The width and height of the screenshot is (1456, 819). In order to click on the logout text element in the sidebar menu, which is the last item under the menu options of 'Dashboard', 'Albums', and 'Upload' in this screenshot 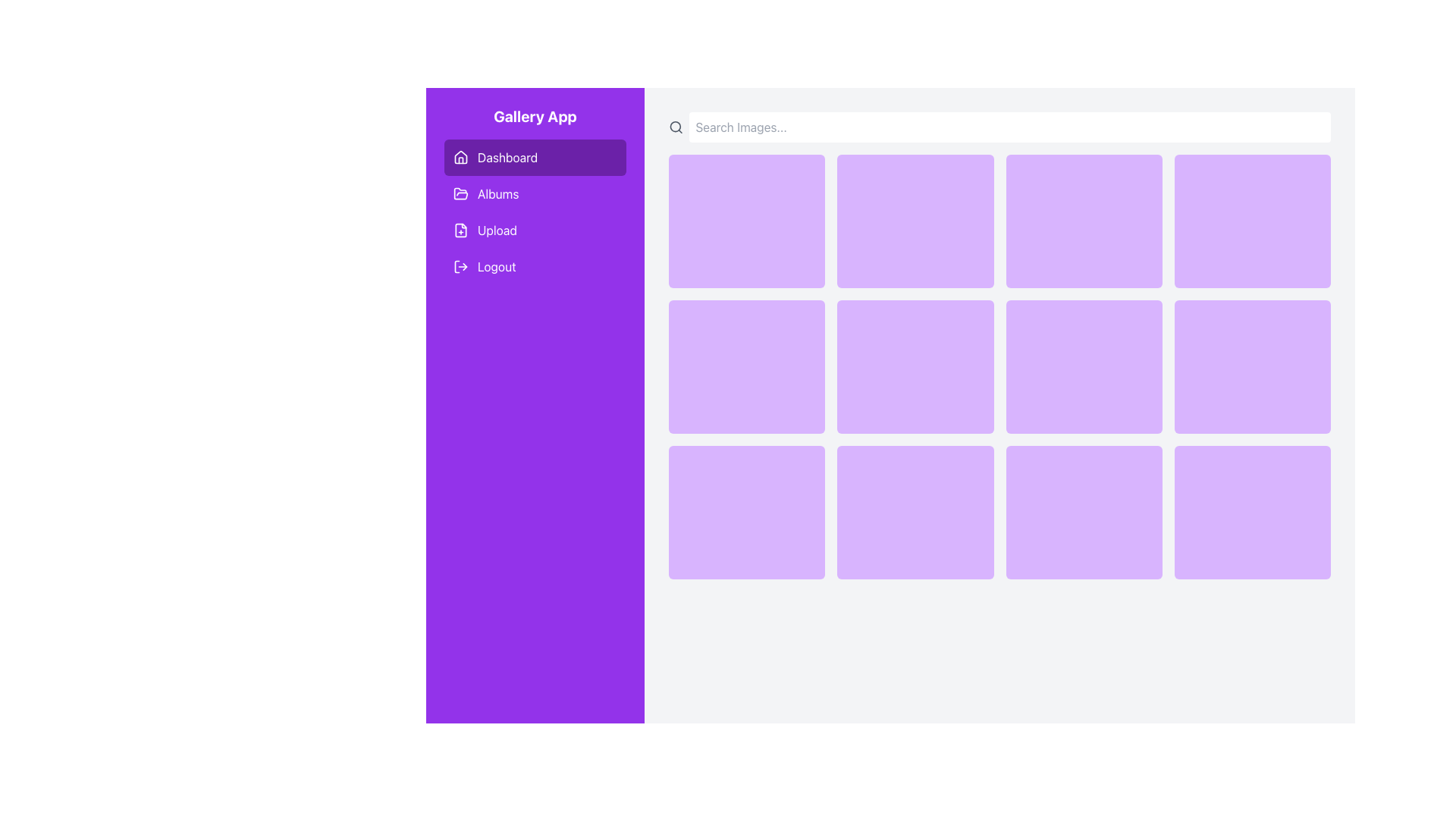, I will do `click(497, 265)`.